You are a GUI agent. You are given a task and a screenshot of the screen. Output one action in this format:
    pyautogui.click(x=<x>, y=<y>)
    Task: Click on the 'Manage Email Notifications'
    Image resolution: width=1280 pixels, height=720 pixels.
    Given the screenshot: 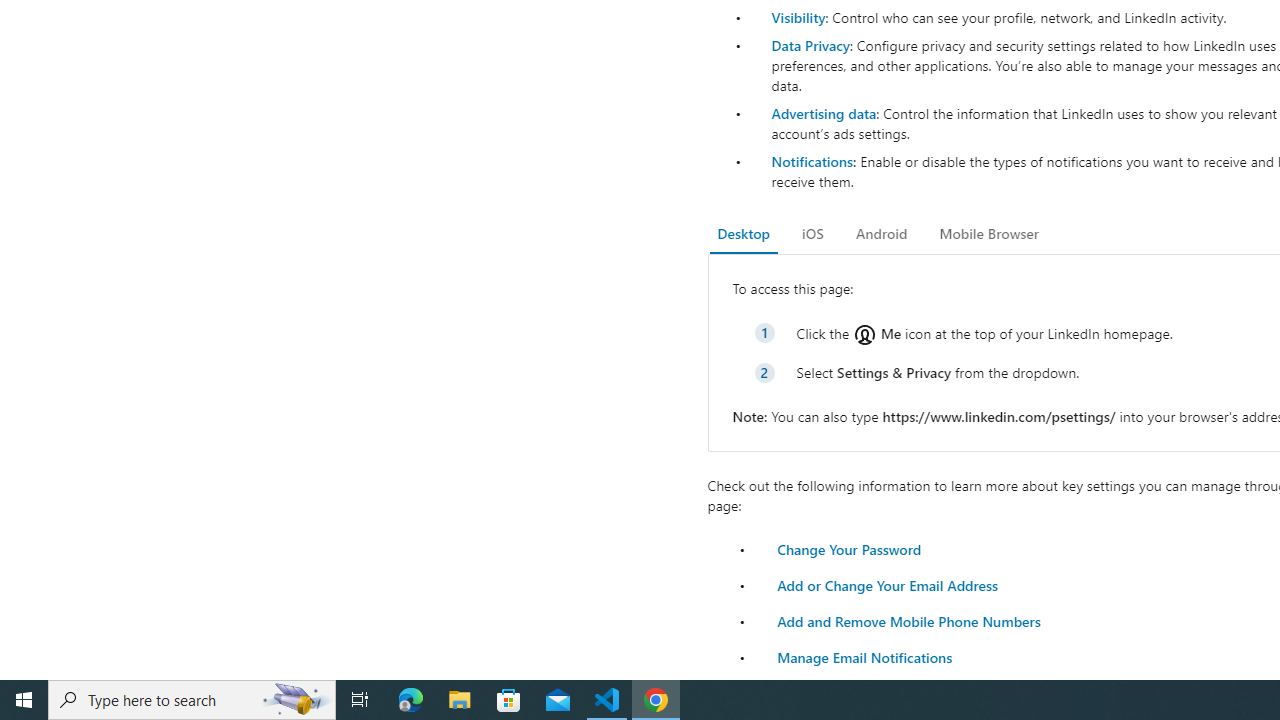 What is the action you would take?
    pyautogui.click(x=865, y=657)
    